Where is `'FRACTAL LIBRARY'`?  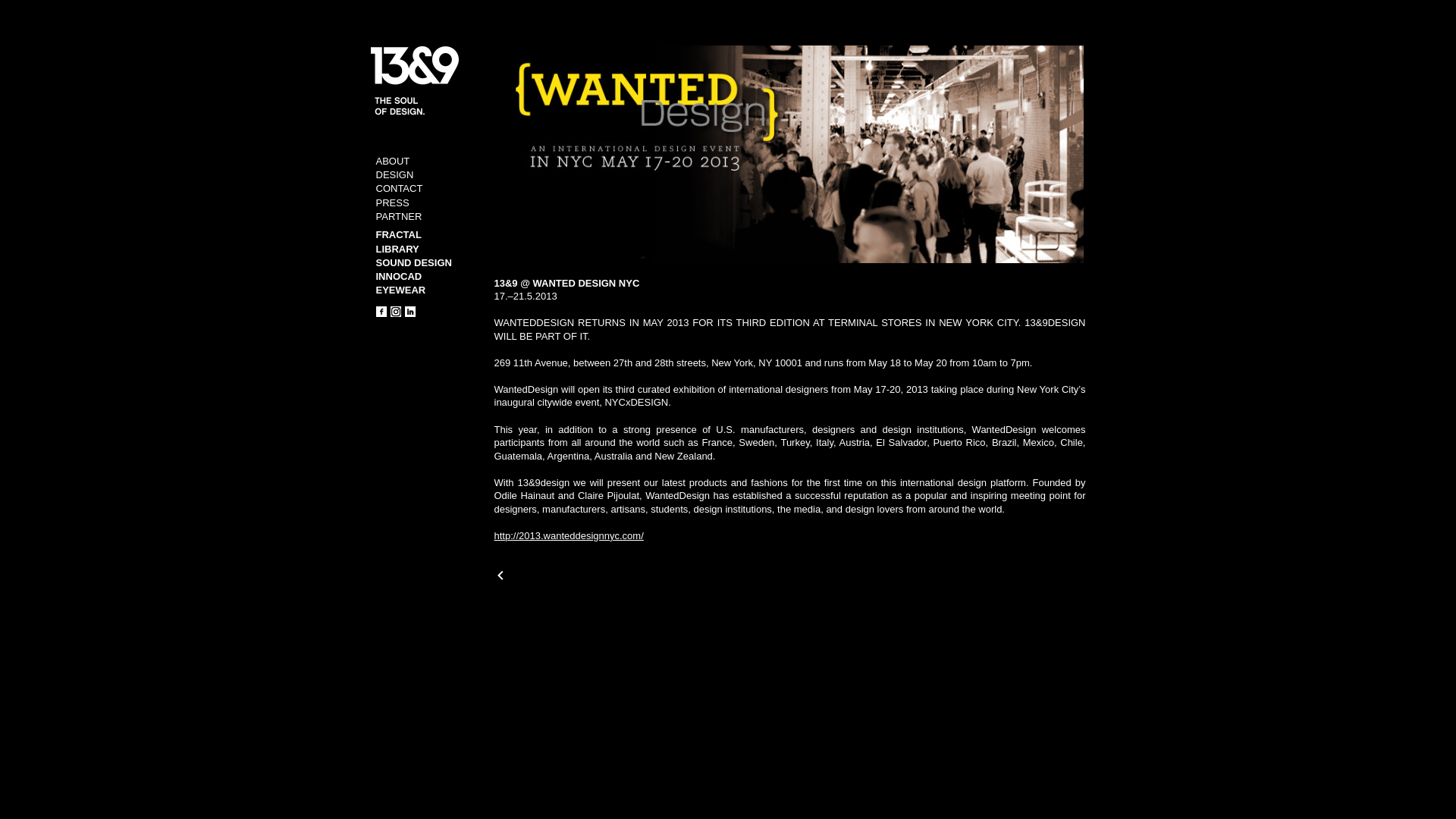
'FRACTAL LIBRARY' is located at coordinates (399, 240).